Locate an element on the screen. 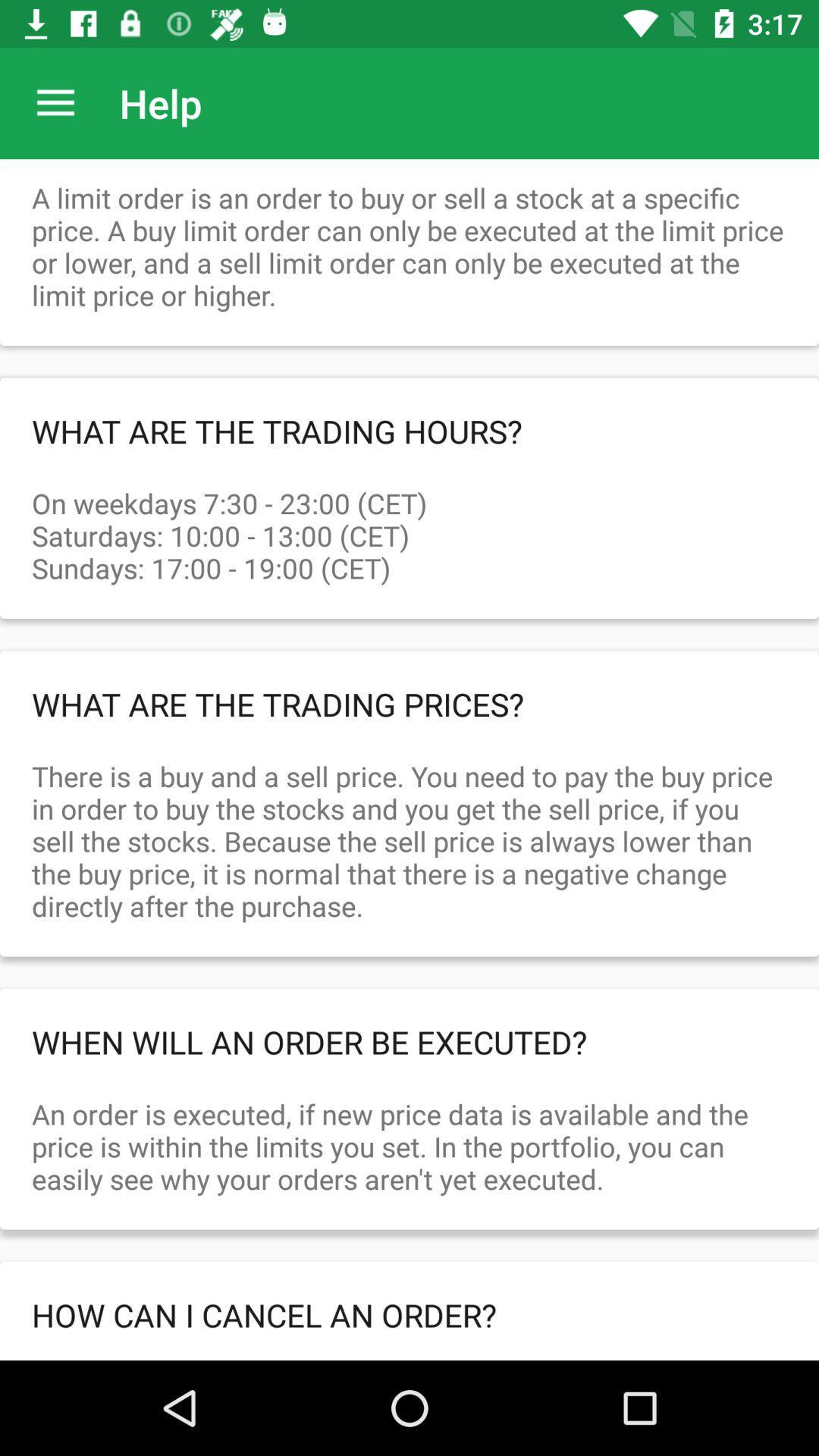 This screenshot has width=819, height=1456. the on weekdays 7 is located at coordinates (409, 519).